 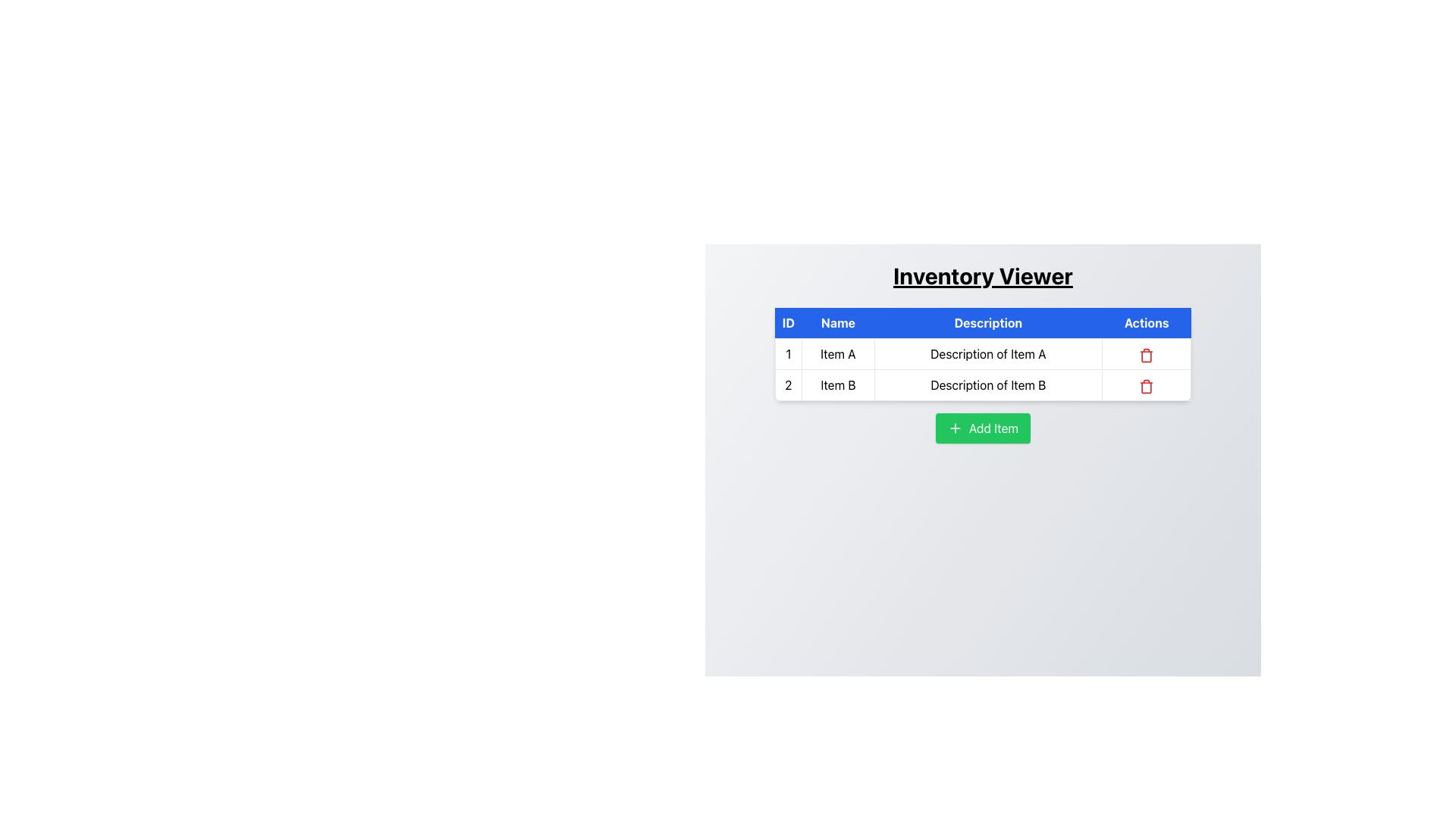 What do you see at coordinates (787, 322) in the screenshot?
I see `label of the Table Header which is the first column header in a table, indicating the IDs of the data below` at bounding box center [787, 322].